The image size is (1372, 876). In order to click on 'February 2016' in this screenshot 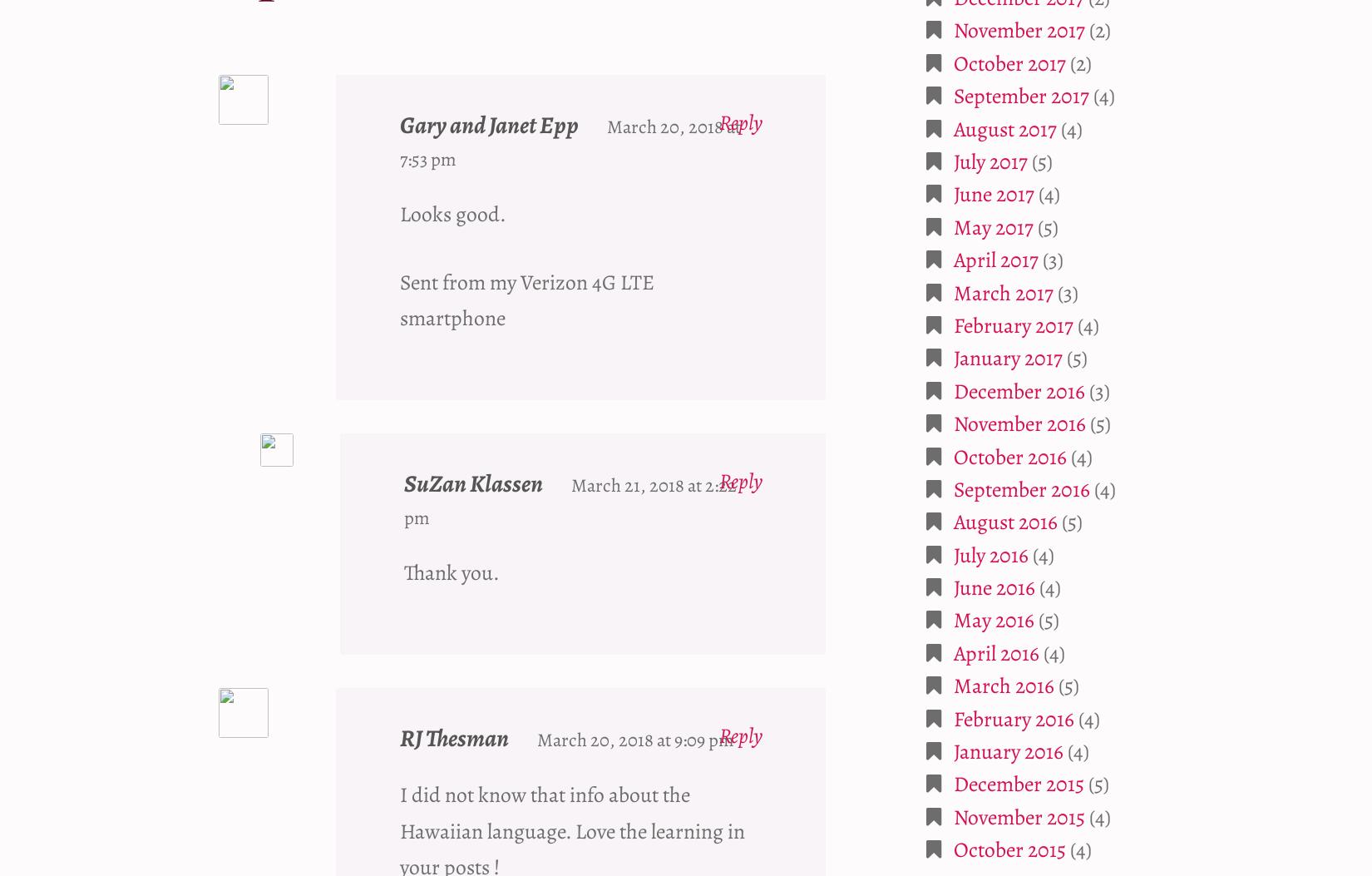, I will do `click(954, 718)`.